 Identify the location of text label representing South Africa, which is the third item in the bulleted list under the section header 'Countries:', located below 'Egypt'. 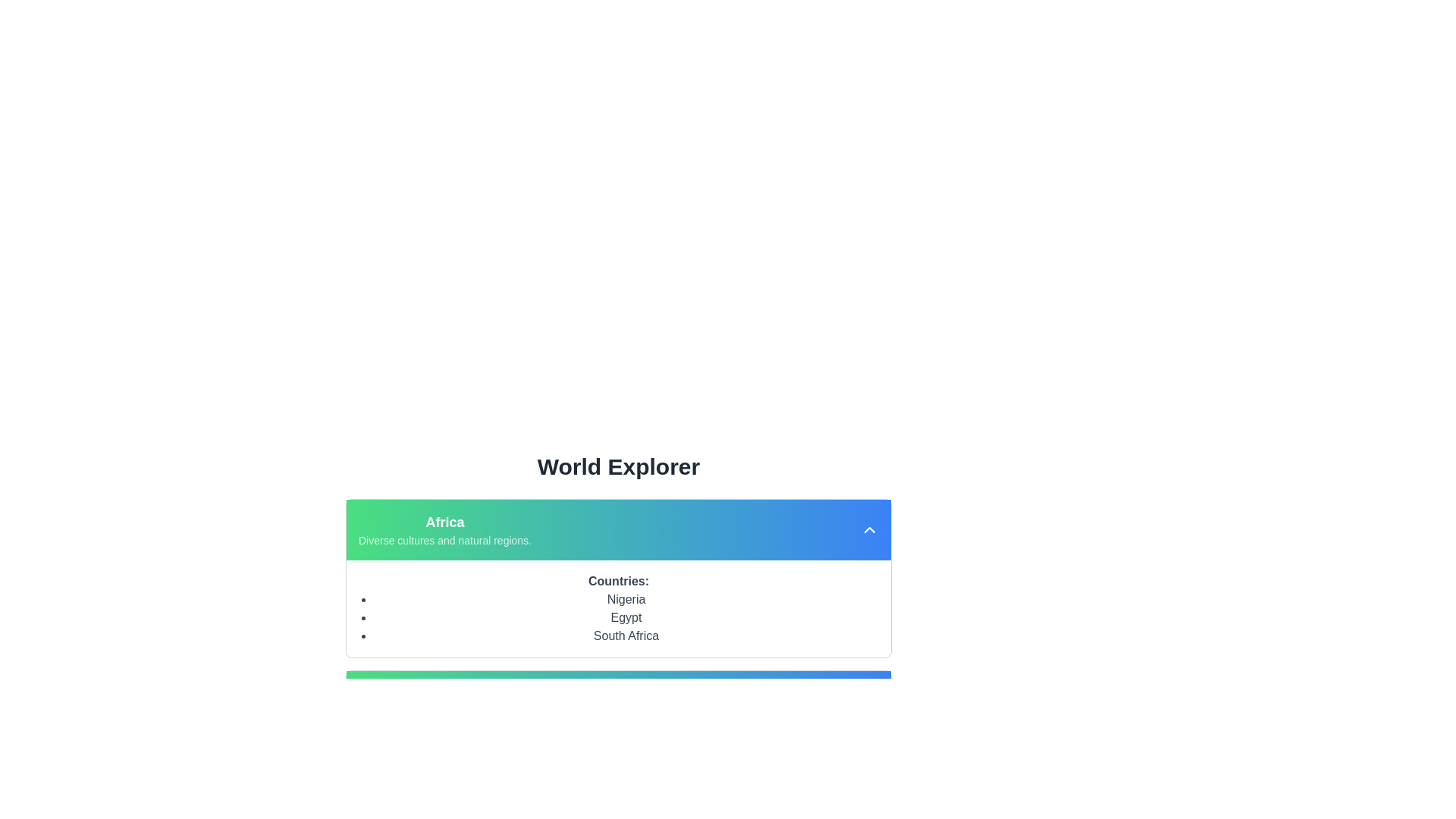
(626, 636).